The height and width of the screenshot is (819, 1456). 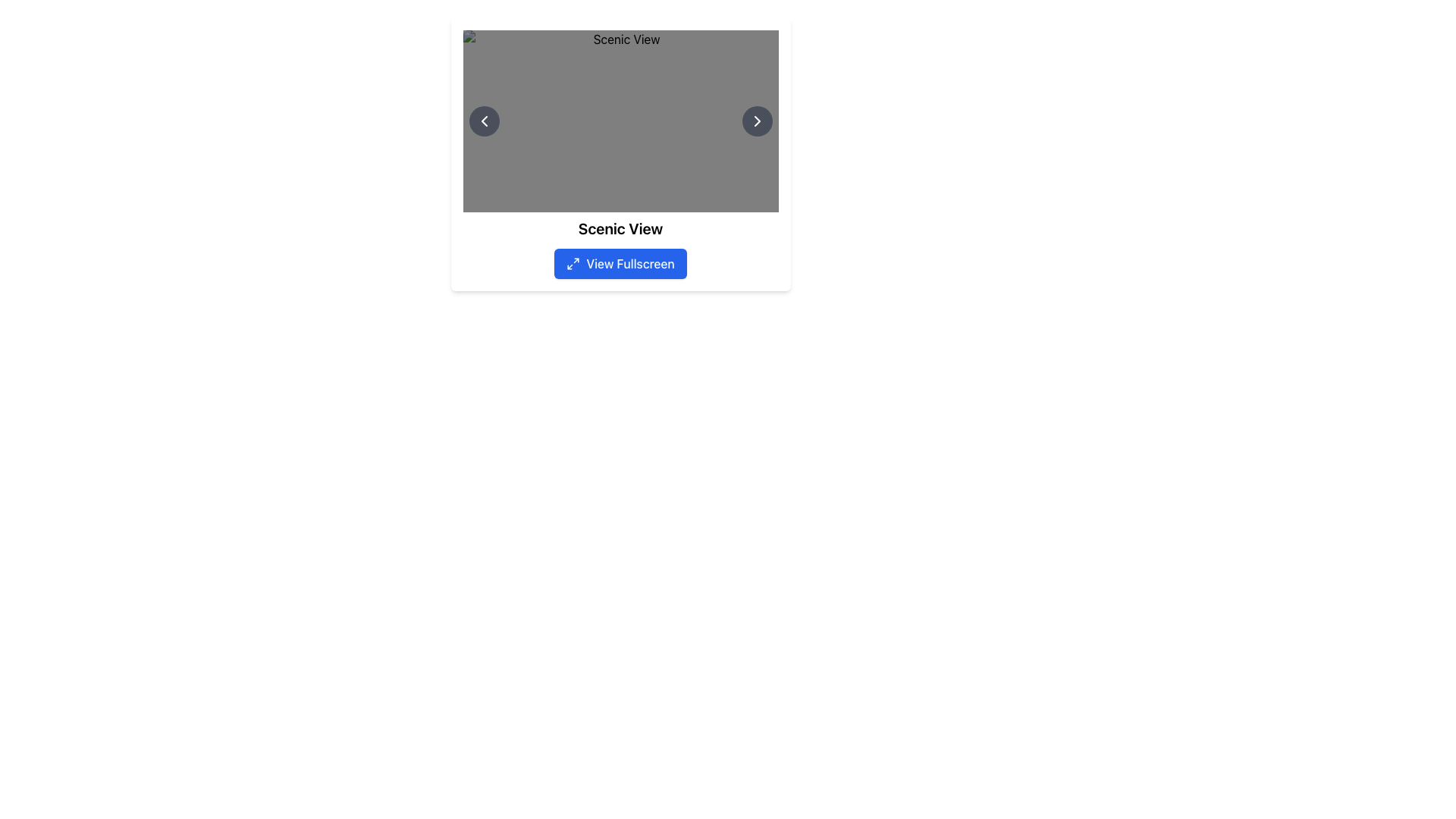 I want to click on the small right-facing chevron icon with a white stroke located at the center of the circular button on the right side of the 'Scenic View' gray area, so click(x=757, y=120).